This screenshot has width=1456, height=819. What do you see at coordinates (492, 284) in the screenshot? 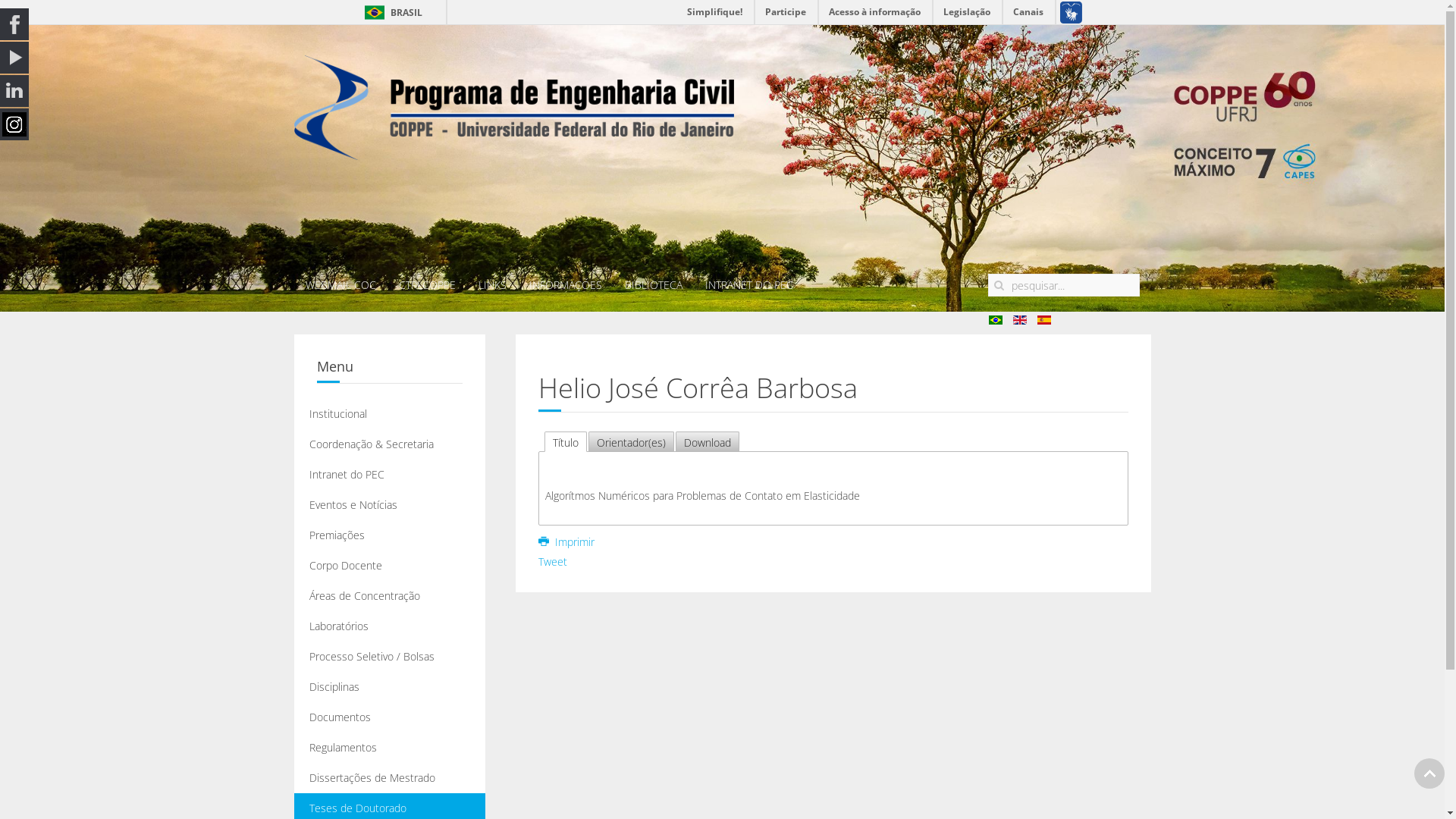
I see `'LINKS'` at bounding box center [492, 284].